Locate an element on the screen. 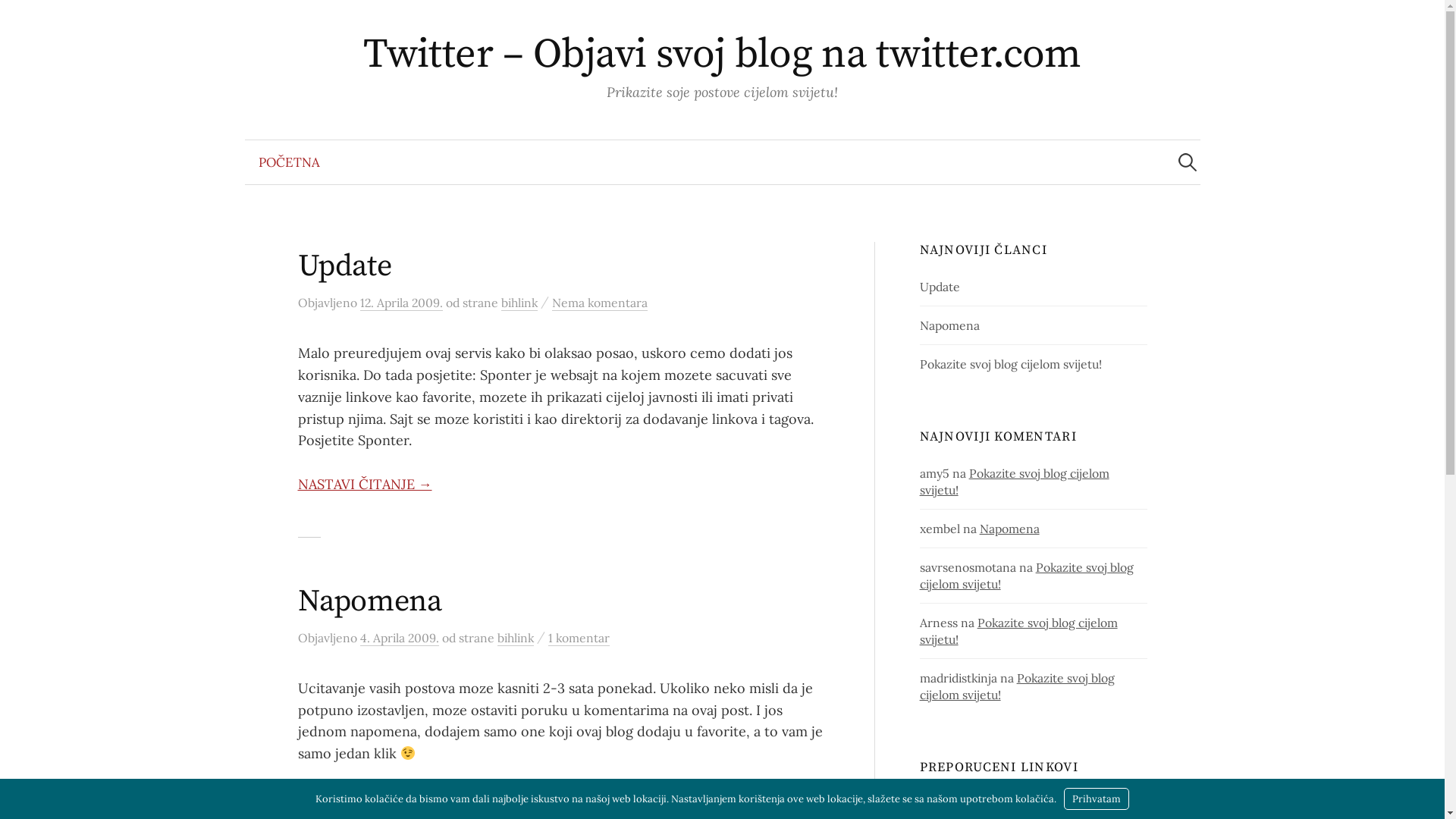 The width and height of the screenshot is (1456, 819). 'Prihvatam' is located at coordinates (1096, 798).